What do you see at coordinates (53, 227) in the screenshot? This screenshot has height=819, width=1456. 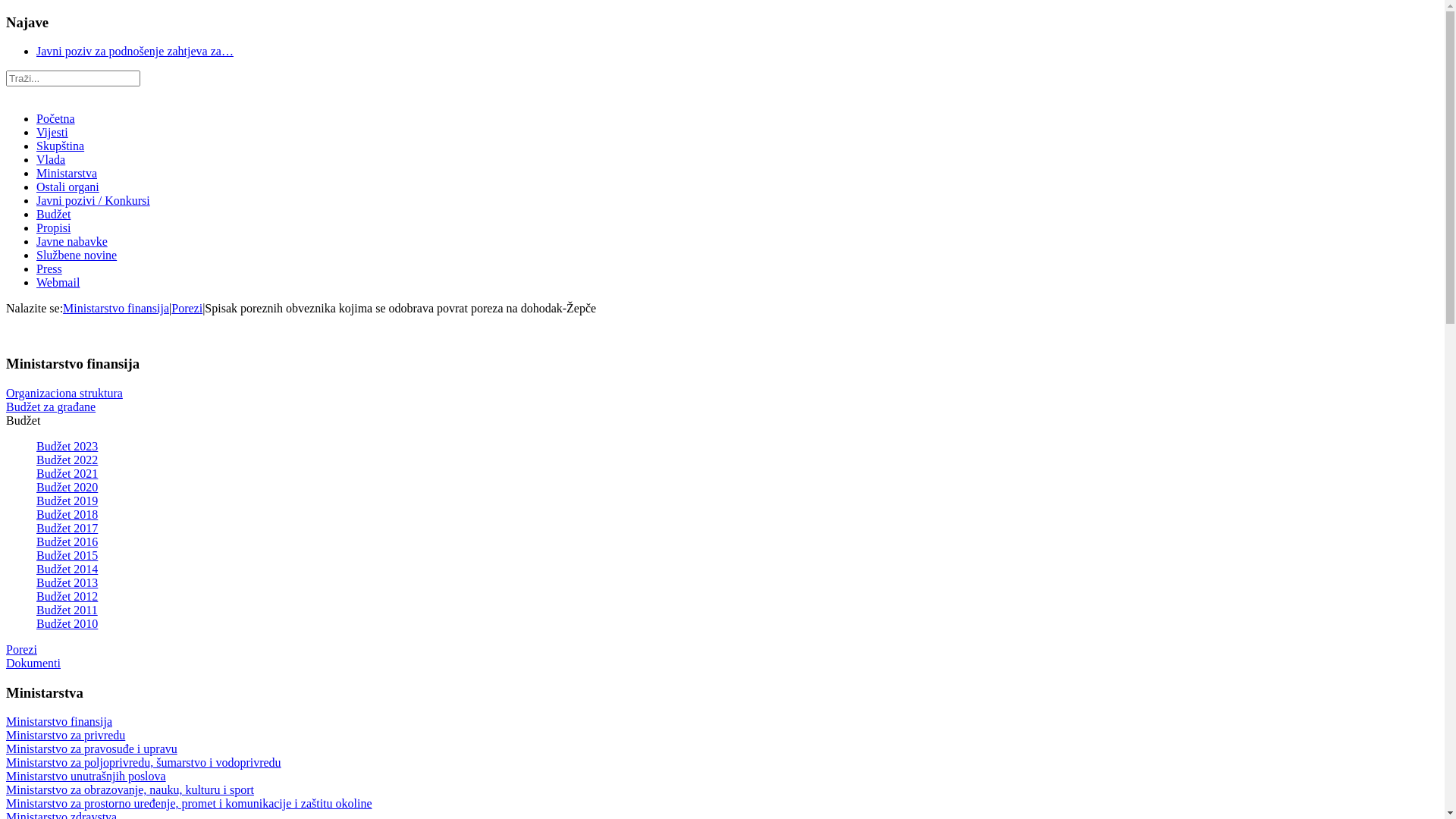 I see `'Propisi'` at bounding box center [53, 227].